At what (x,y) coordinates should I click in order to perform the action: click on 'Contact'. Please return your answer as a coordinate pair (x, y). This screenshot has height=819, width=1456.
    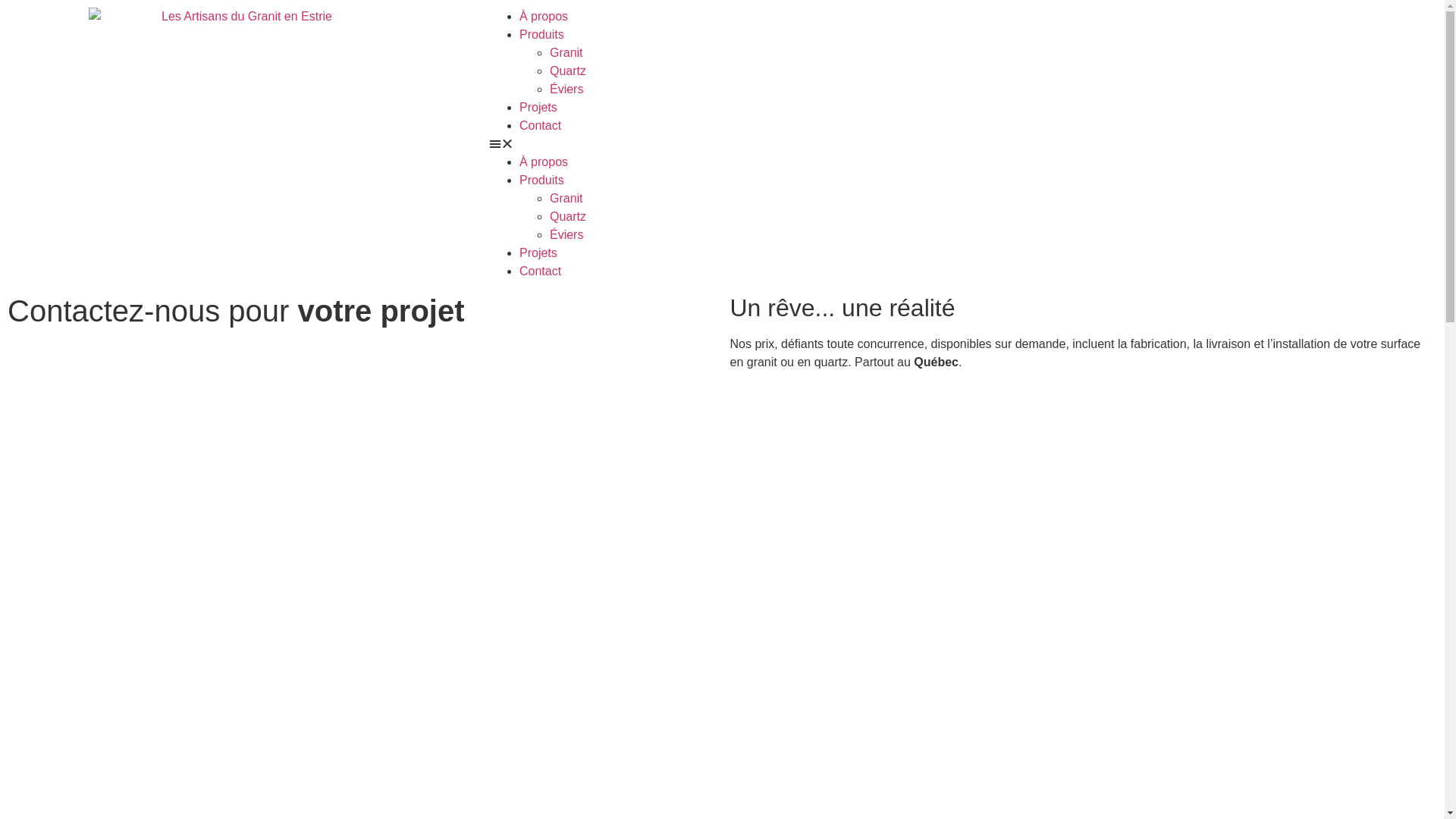
    Looking at the image, I should click on (540, 124).